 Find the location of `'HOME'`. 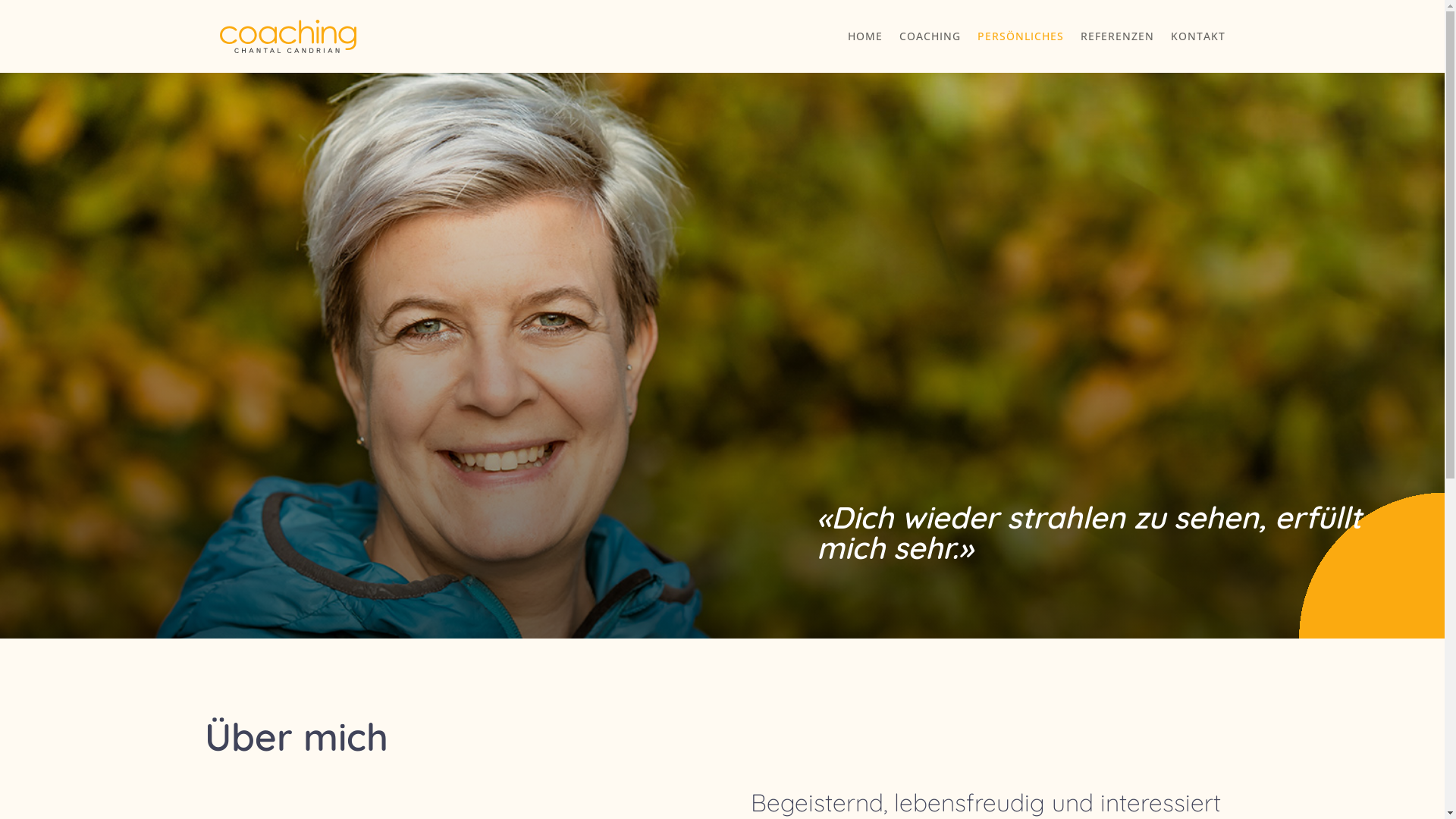

'HOME' is located at coordinates (865, 35).